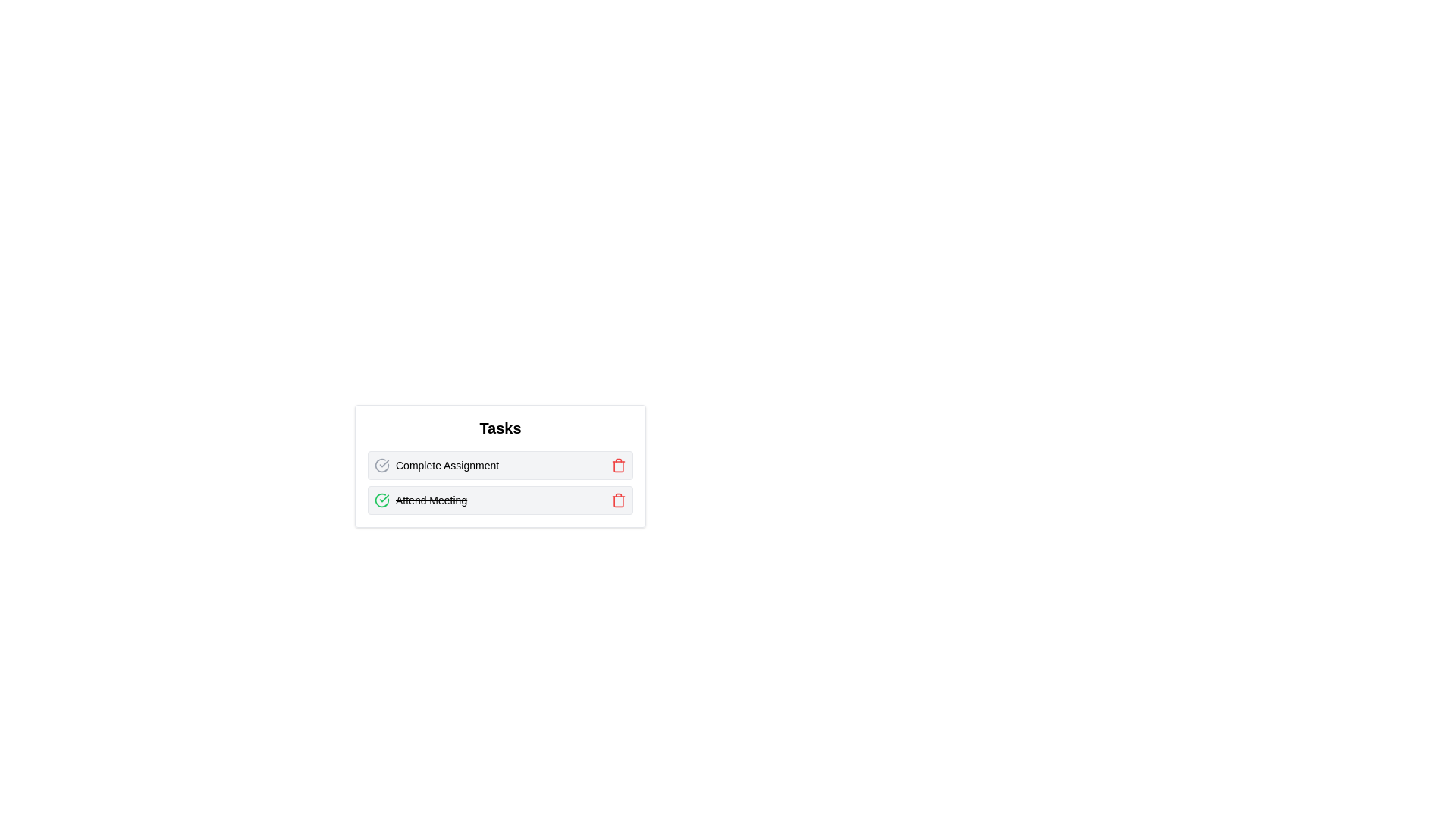 This screenshot has width=1456, height=819. Describe the element at coordinates (500, 500) in the screenshot. I see `the 'Attend Meeting' task in the task list to view or modify its details` at that location.